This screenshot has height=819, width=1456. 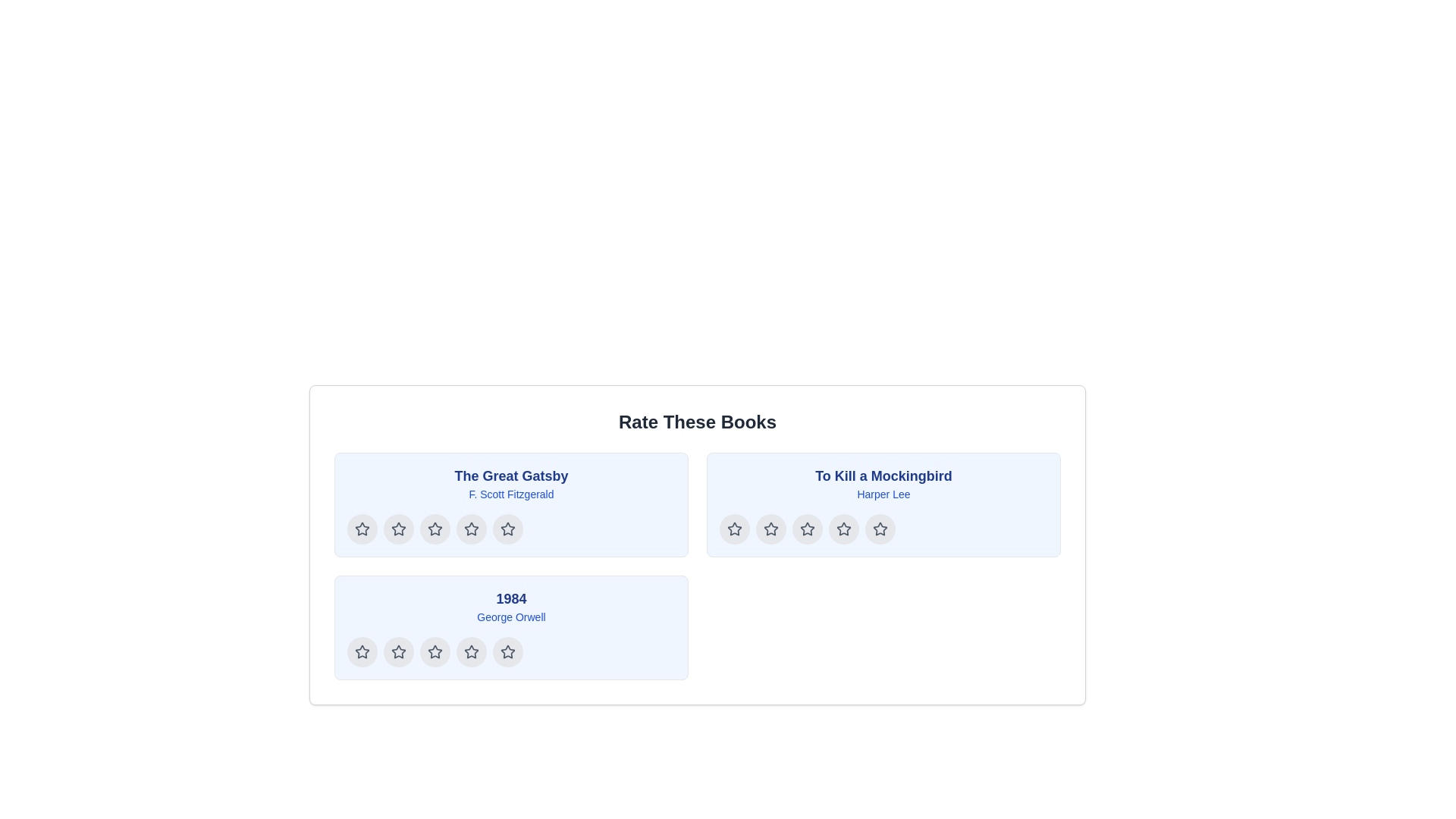 I want to click on the fourth star-shaped icon in the rating system for the book '1984' by George Orwell, which is located near the bottom-center of the interface, so click(x=471, y=651).